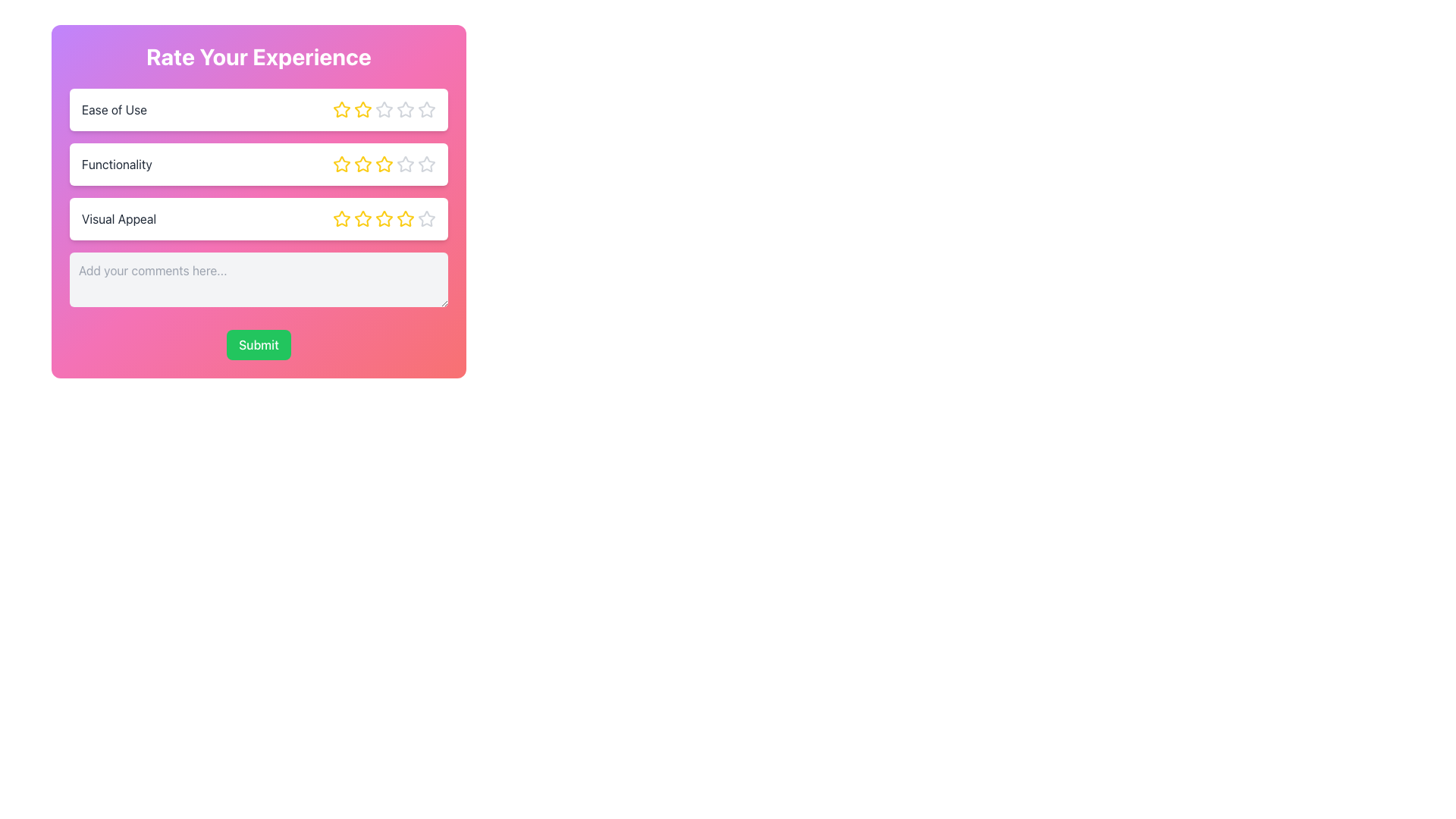 Image resolution: width=1456 pixels, height=819 pixels. What do you see at coordinates (362, 218) in the screenshot?
I see `the second star in the rating row for the 'Visual Appeal' section` at bounding box center [362, 218].